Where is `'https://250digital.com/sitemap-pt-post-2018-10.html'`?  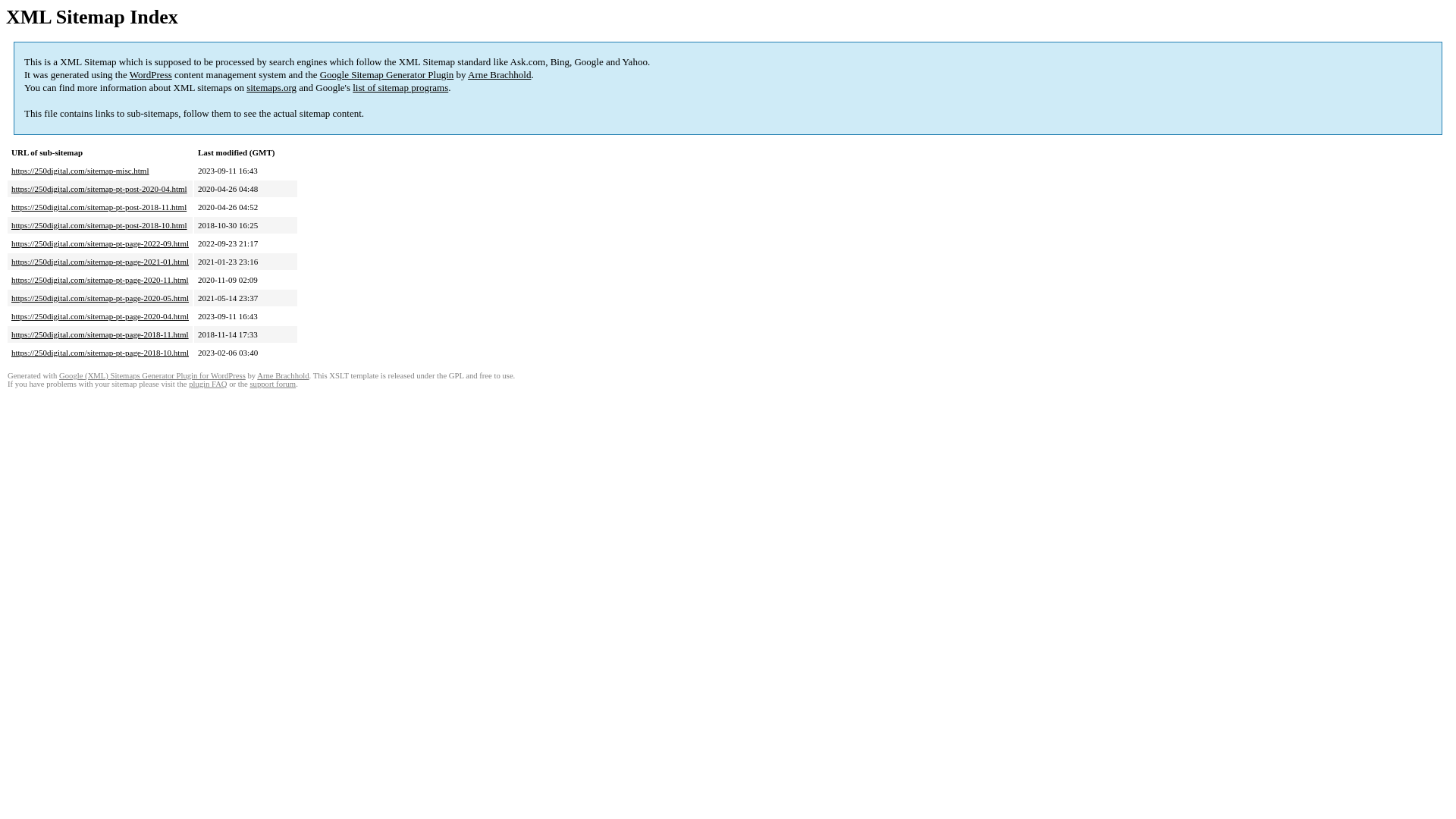 'https://250digital.com/sitemap-pt-post-2018-10.html' is located at coordinates (98, 225).